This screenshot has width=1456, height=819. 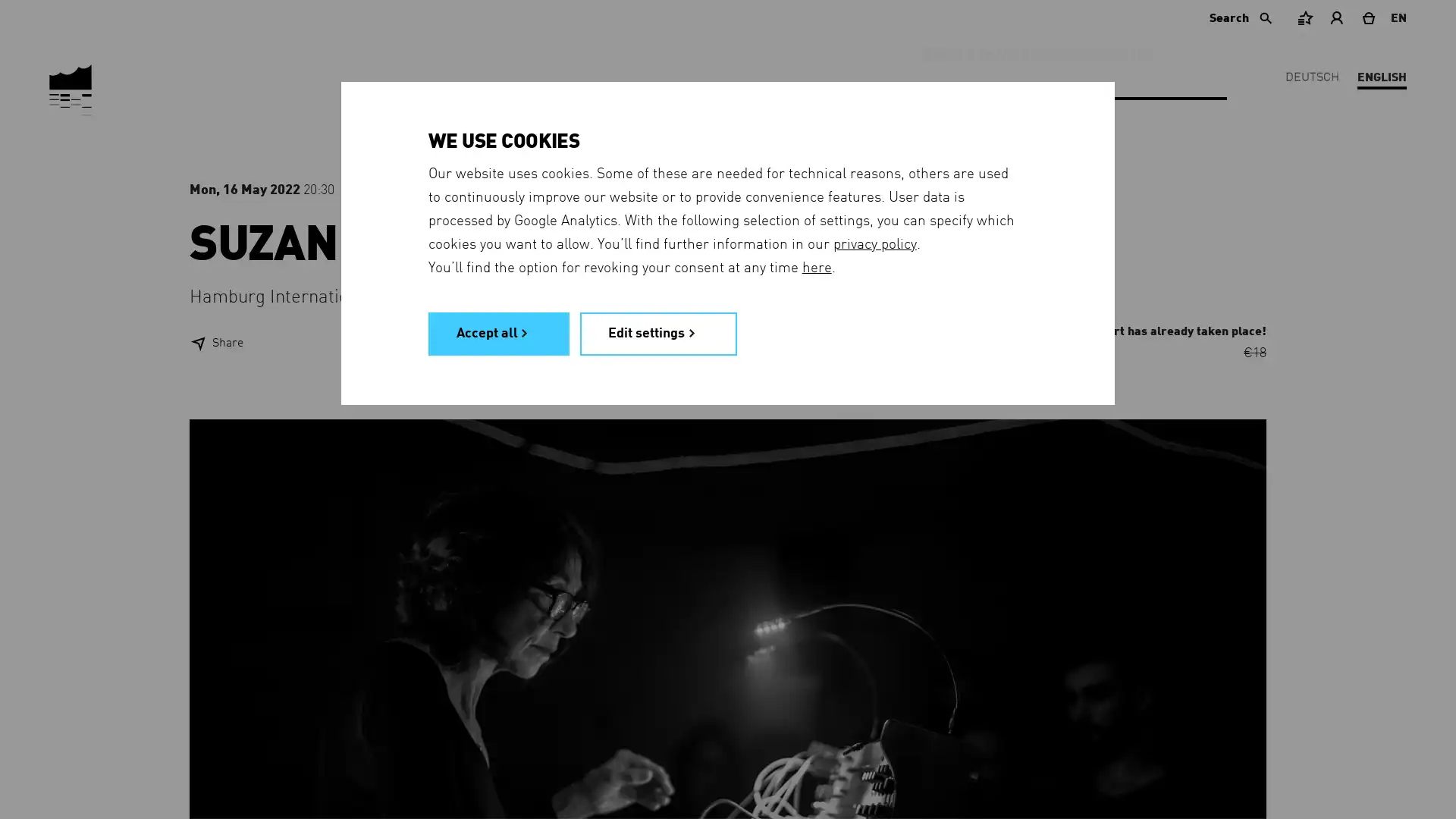 What do you see at coordinates (215, 343) in the screenshot?
I see `Share` at bounding box center [215, 343].